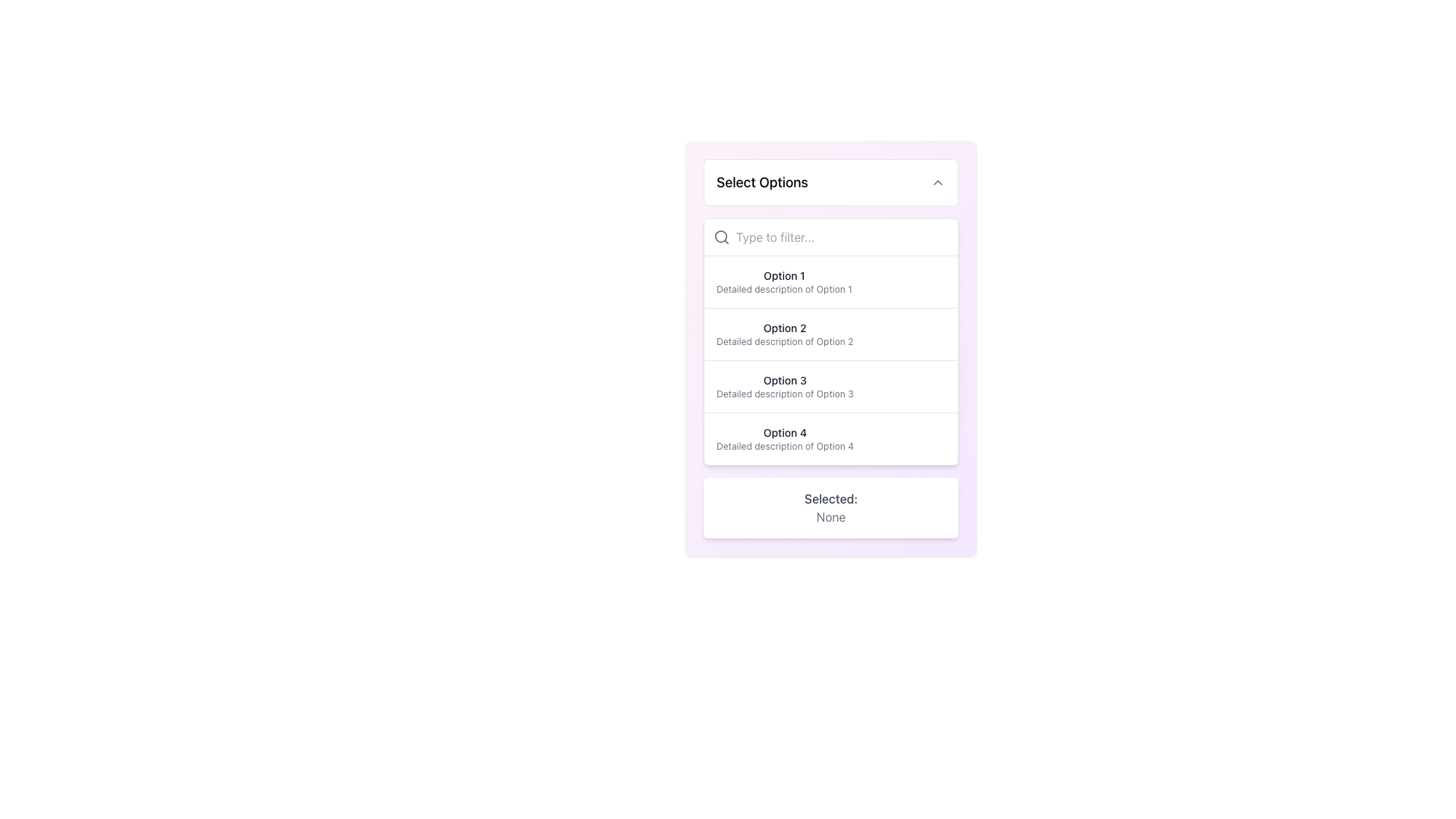  What do you see at coordinates (784, 275) in the screenshot?
I see `the first text label of the dropdown list under the 'Select Options' search bar` at bounding box center [784, 275].